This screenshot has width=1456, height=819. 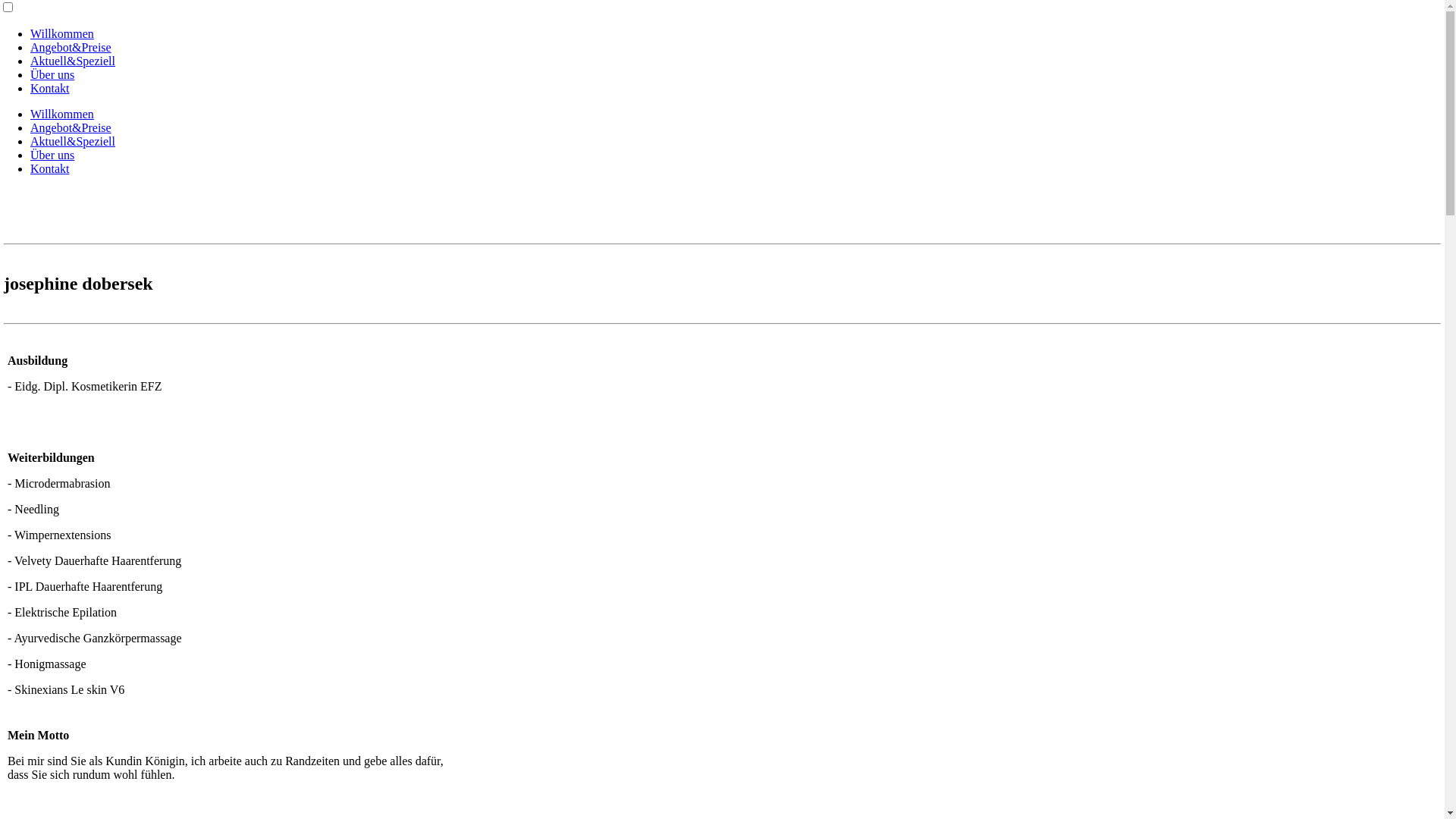 I want to click on 'Angebot&Preise', so click(x=30, y=127).